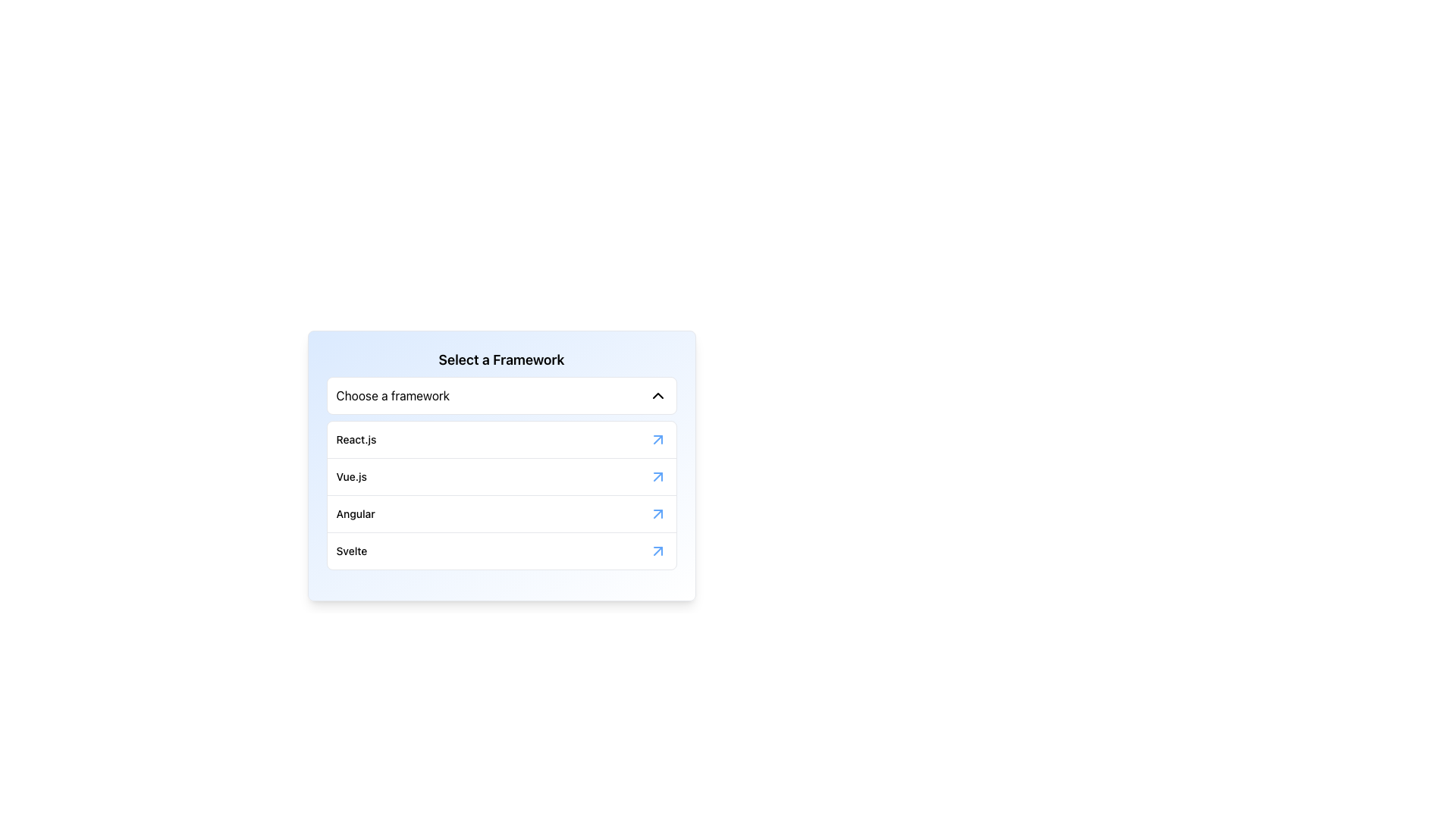 Image resolution: width=1456 pixels, height=819 pixels. I want to click on the blue right-upward arrow icon located at the far right end of the React.js dropdown list, so click(657, 439).